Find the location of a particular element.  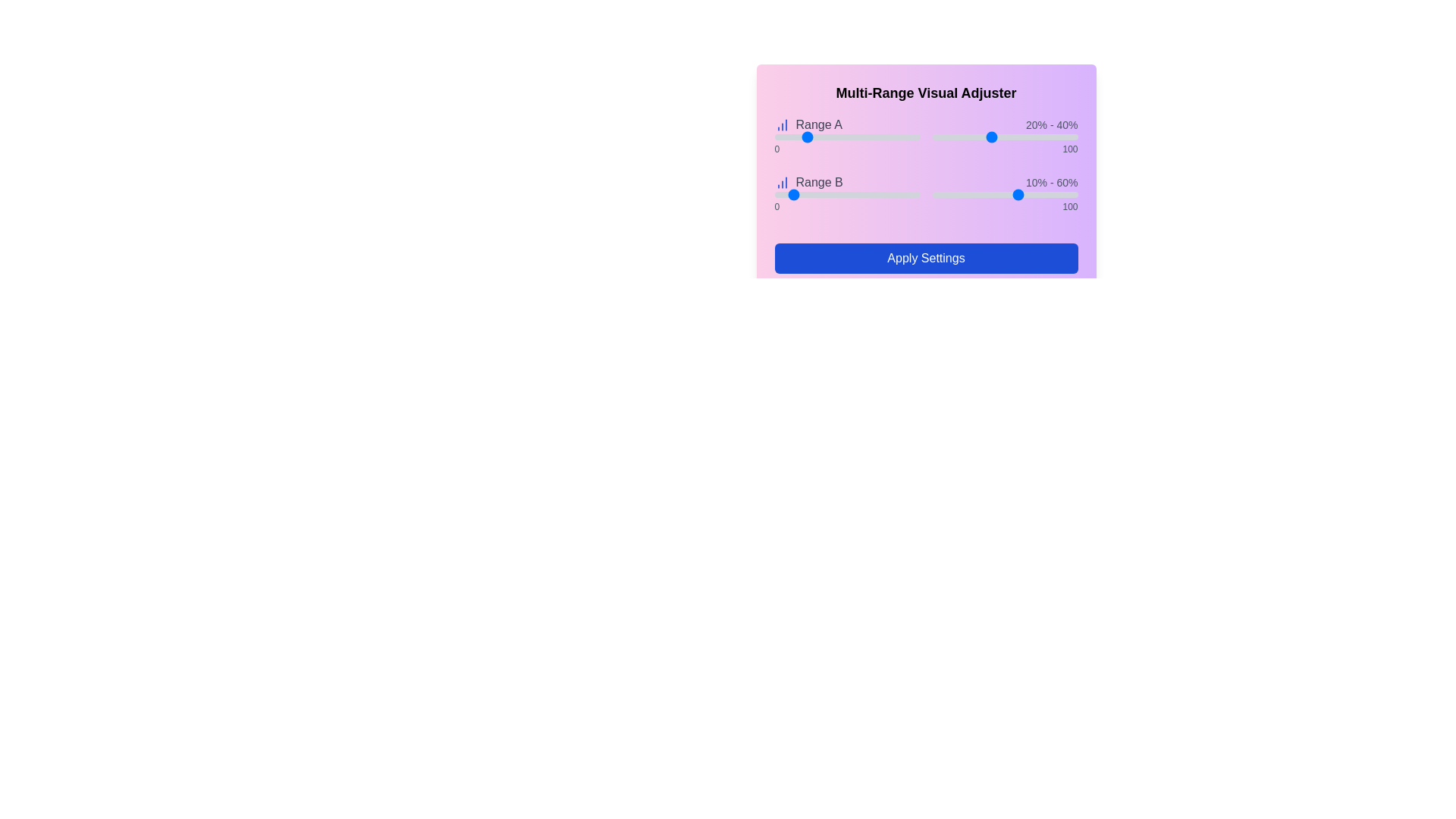

the 'Range B' text label, which is styled in gray and positioned next to a blue visual chart icon within the 'Multi-Range Visual Adjuster' interface is located at coordinates (808, 181).